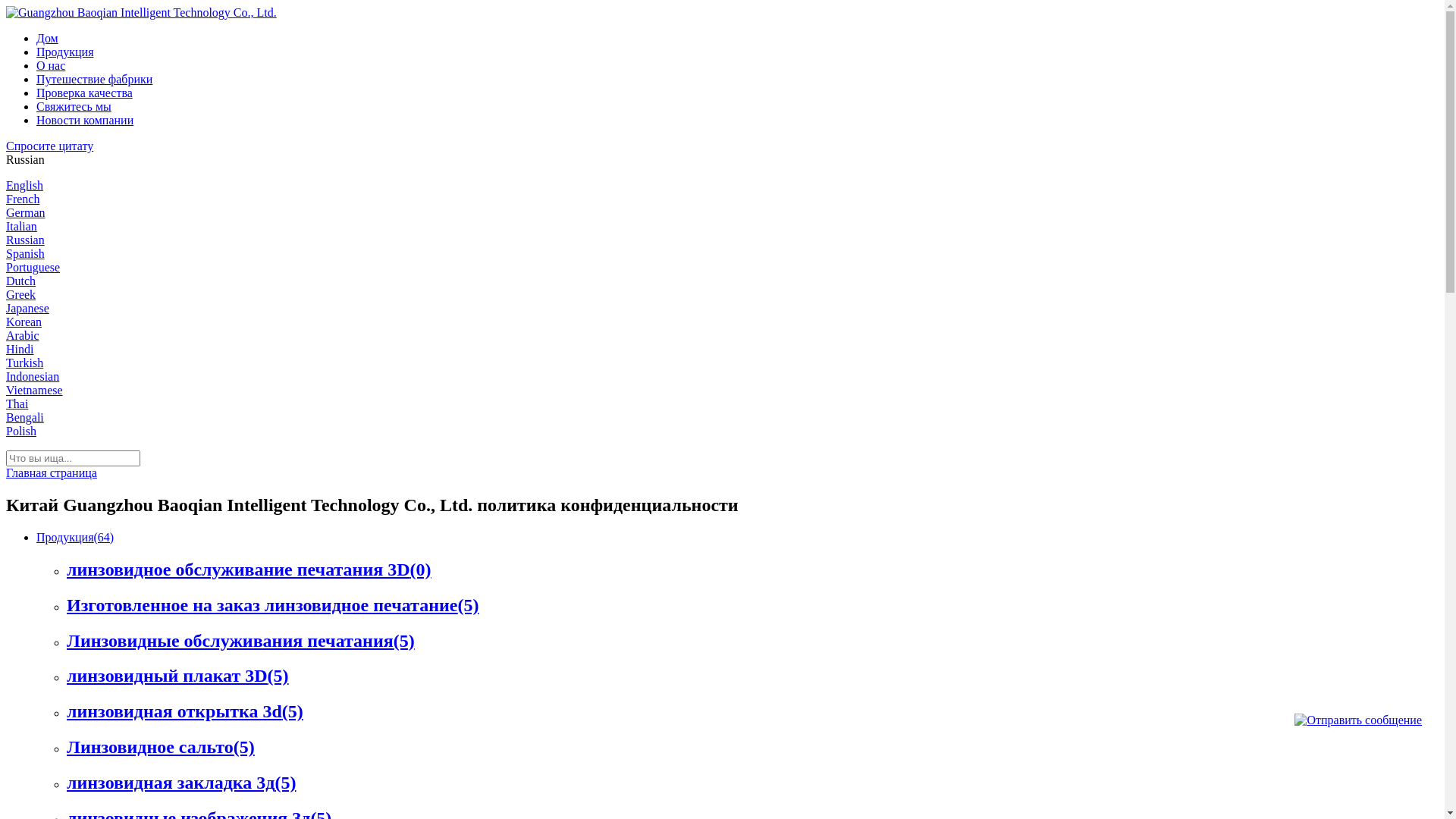 This screenshot has width=1456, height=819. What do you see at coordinates (25, 417) in the screenshot?
I see `'Bengali'` at bounding box center [25, 417].